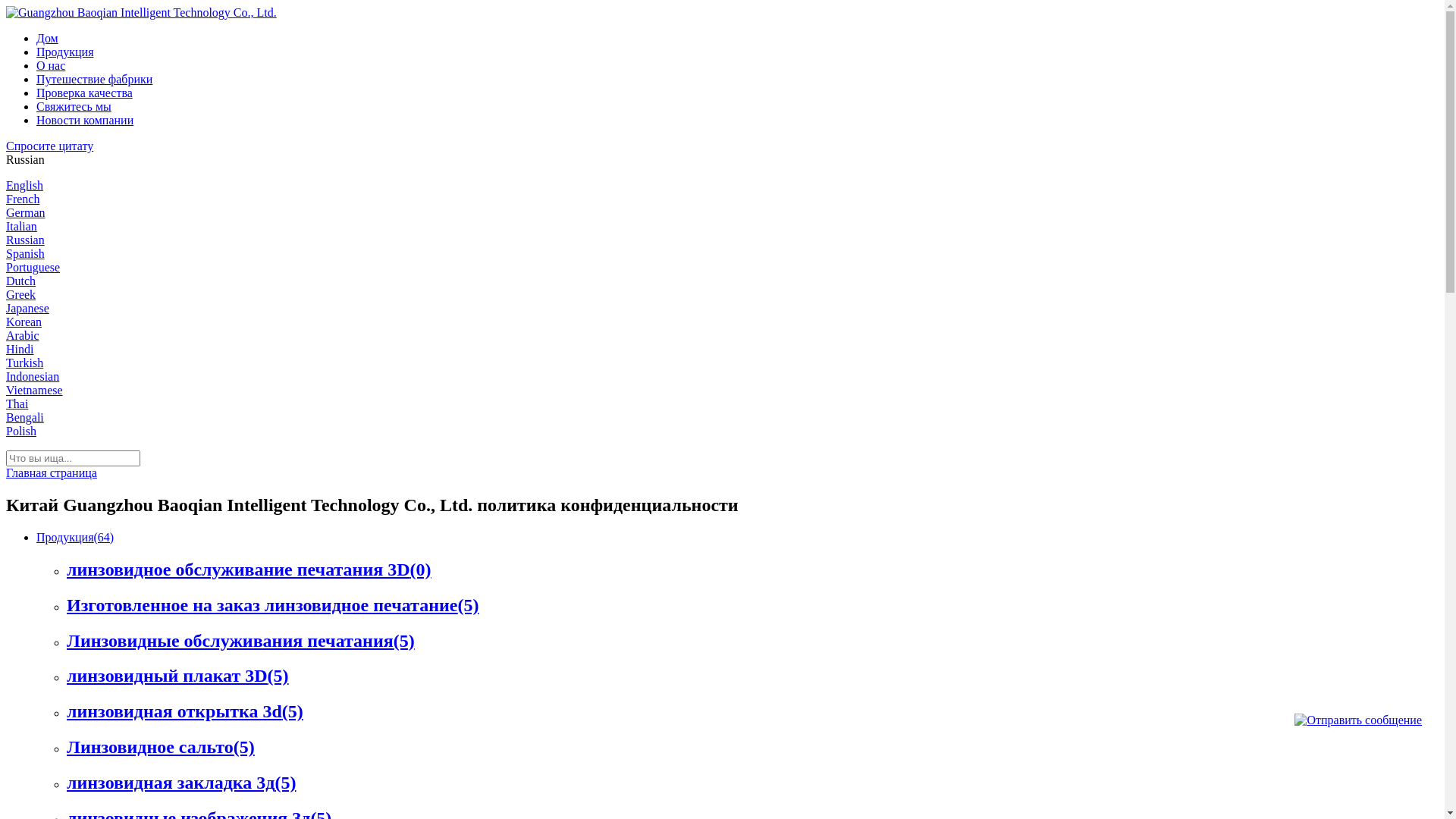 This screenshot has width=1456, height=819. What do you see at coordinates (25, 417) in the screenshot?
I see `'Bengali'` at bounding box center [25, 417].